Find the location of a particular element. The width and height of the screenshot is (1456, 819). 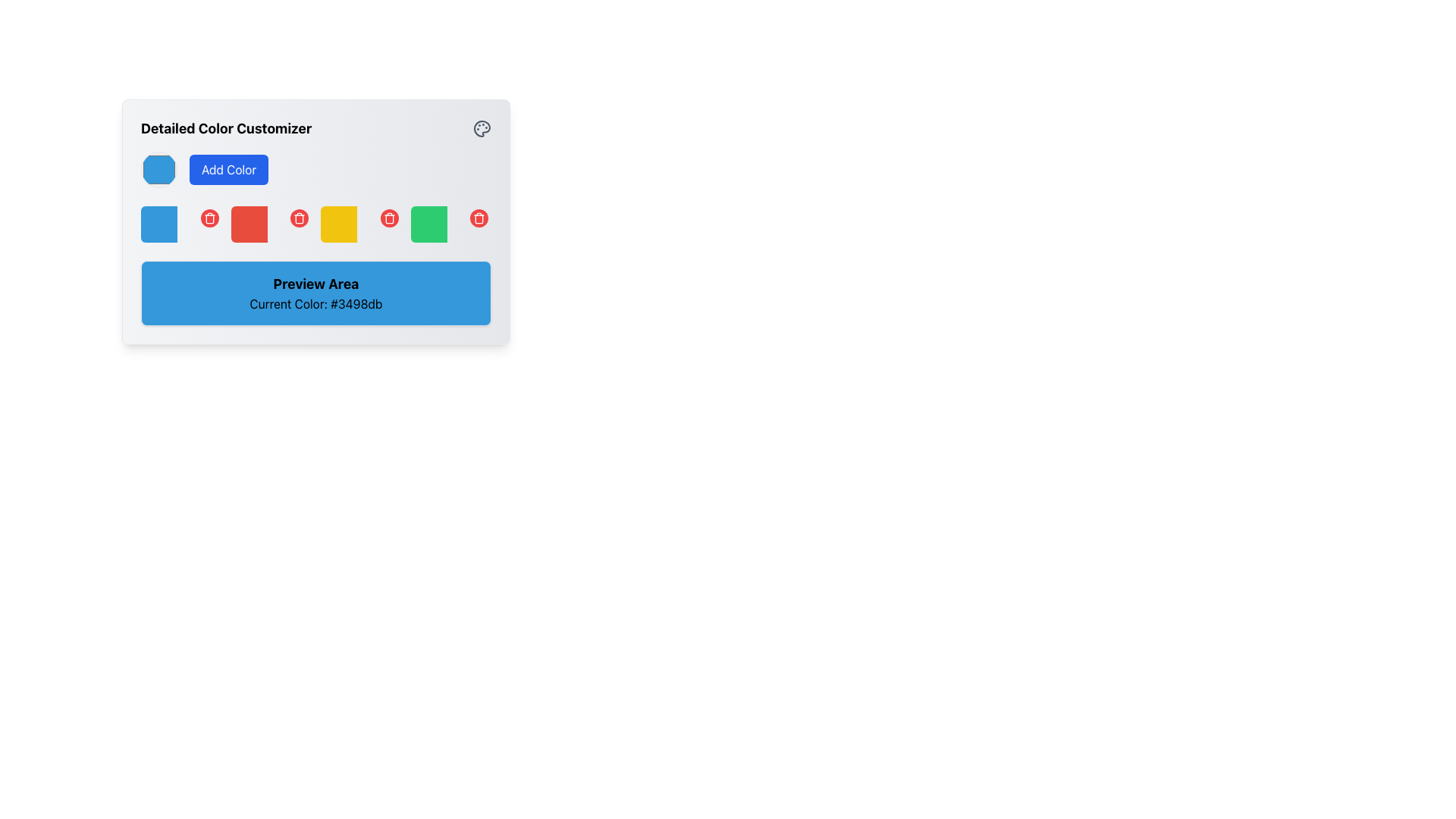

the Composite Element (Color Display Area with Button) is located at coordinates (450, 224).